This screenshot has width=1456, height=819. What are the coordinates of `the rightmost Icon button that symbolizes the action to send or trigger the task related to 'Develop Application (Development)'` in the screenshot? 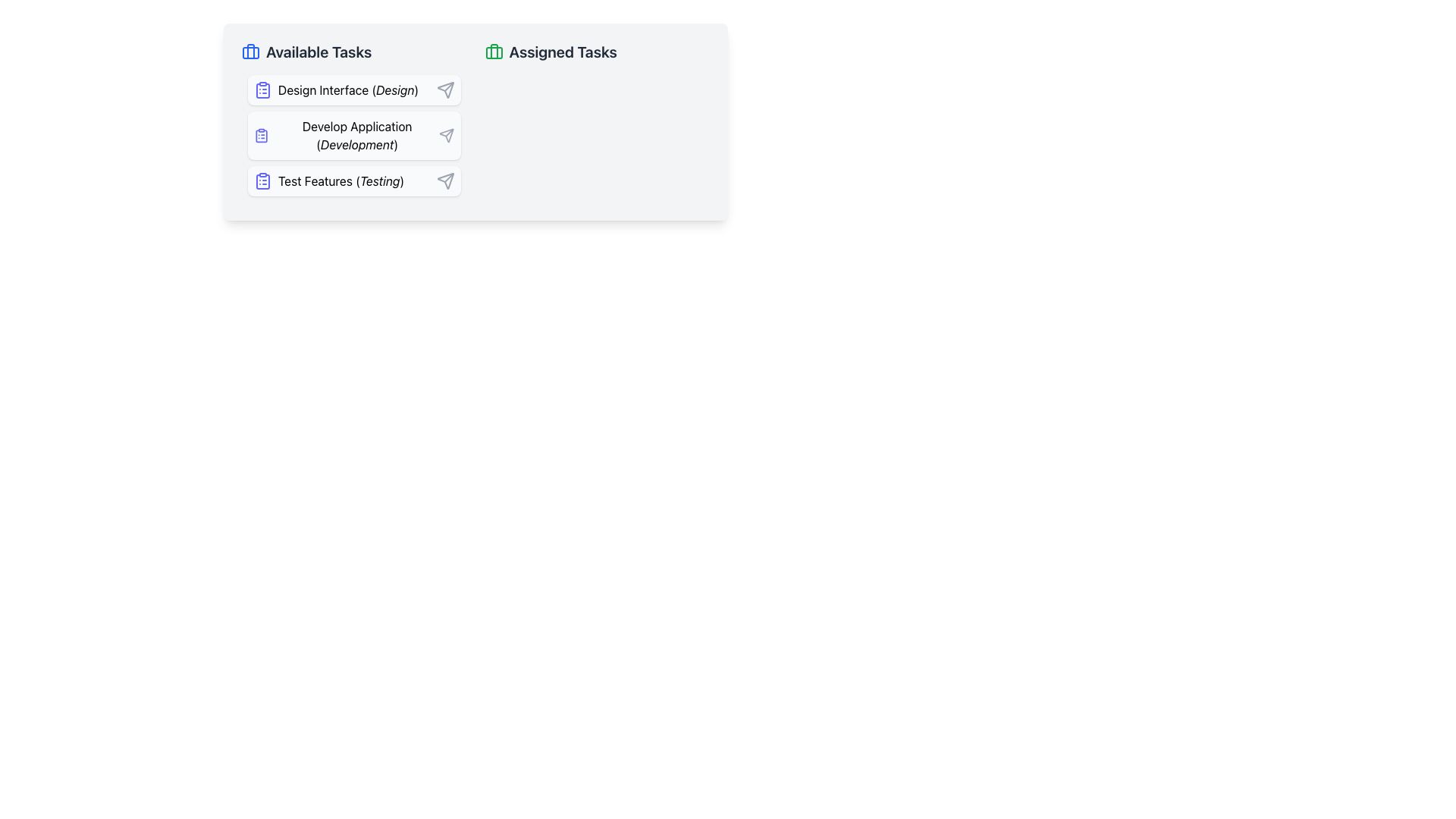 It's located at (446, 134).